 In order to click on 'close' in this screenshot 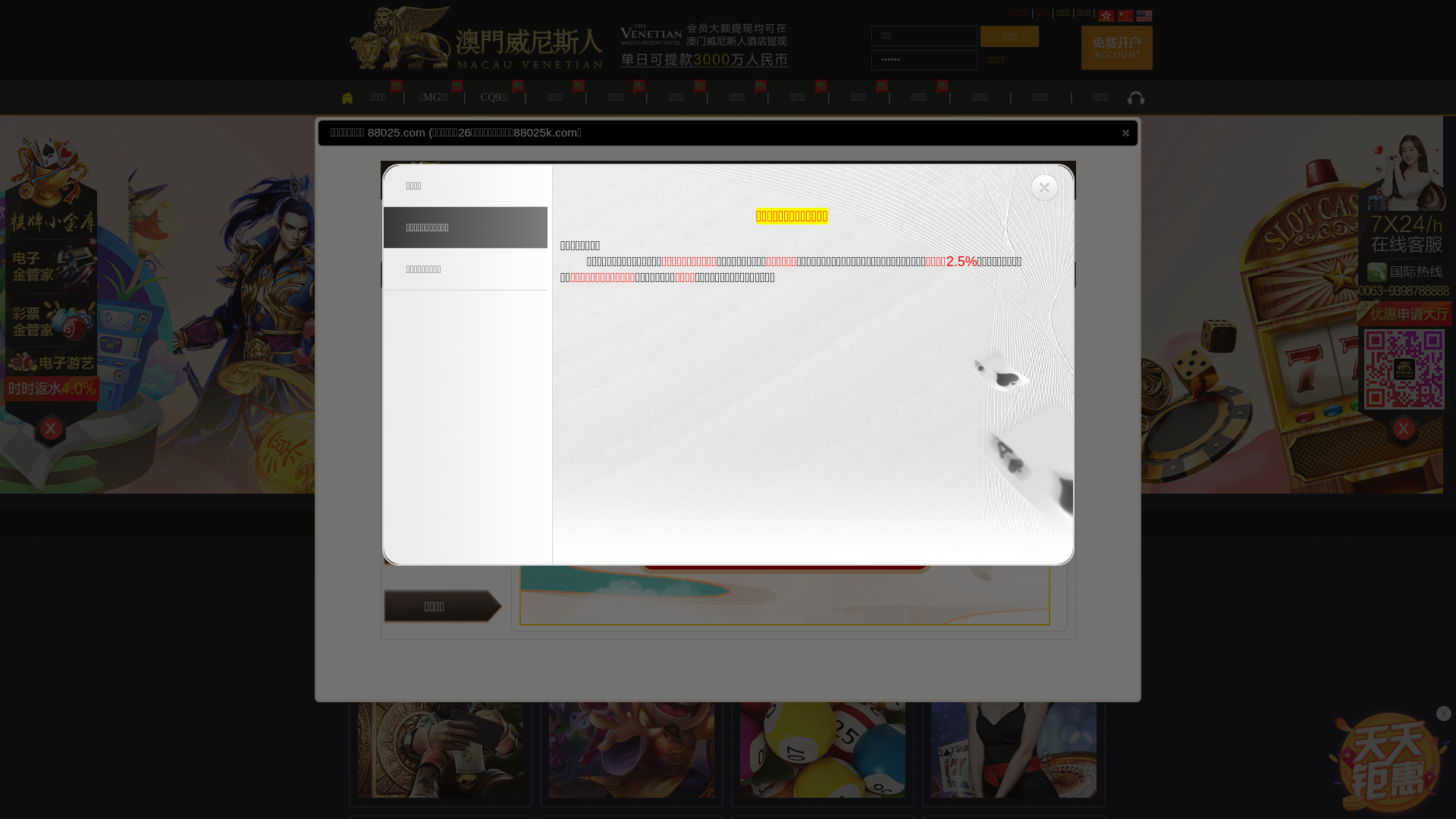, I will do `click(1117, 131)`.